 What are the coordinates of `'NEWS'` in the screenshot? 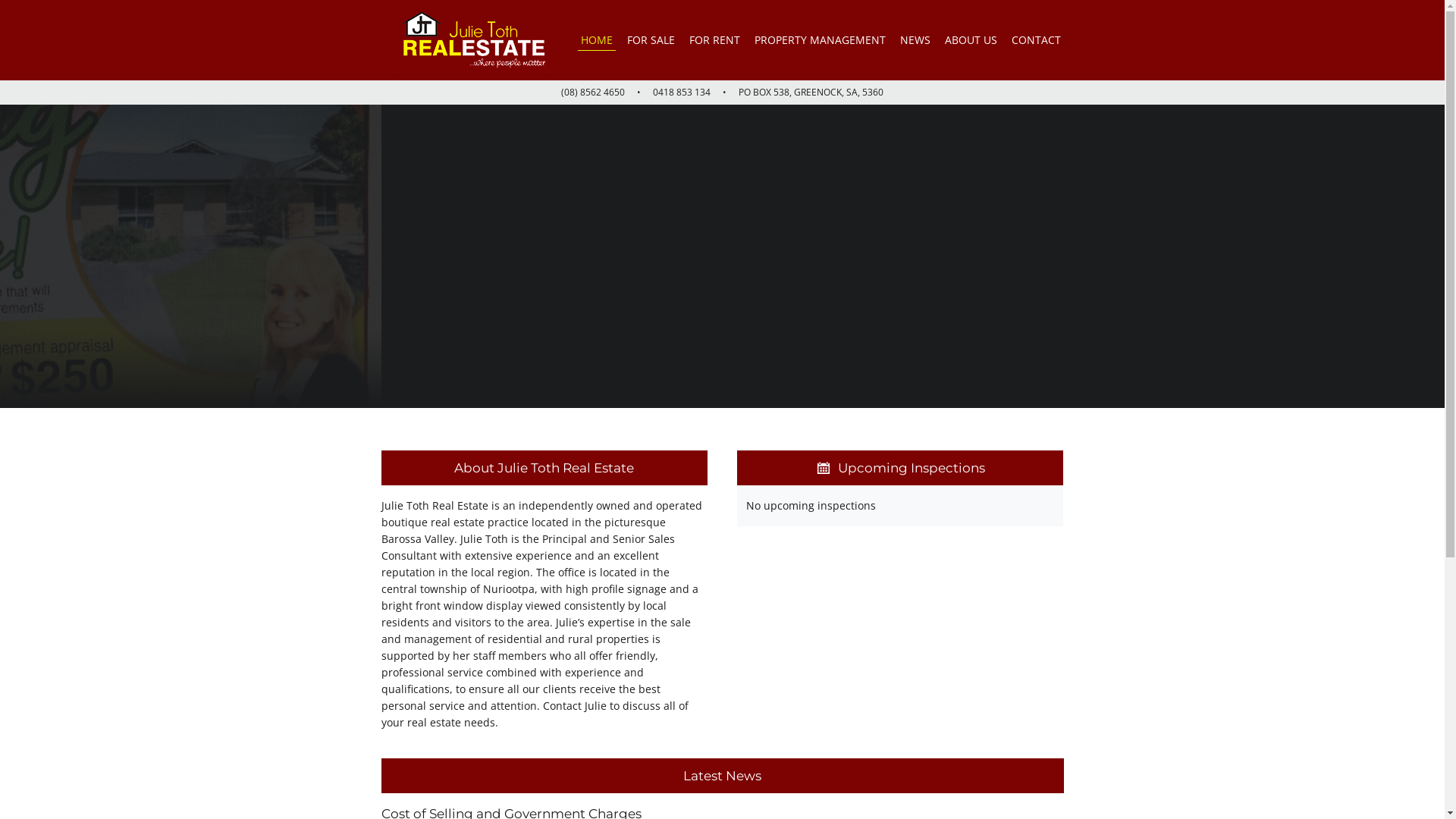 It's located at (913, 39).